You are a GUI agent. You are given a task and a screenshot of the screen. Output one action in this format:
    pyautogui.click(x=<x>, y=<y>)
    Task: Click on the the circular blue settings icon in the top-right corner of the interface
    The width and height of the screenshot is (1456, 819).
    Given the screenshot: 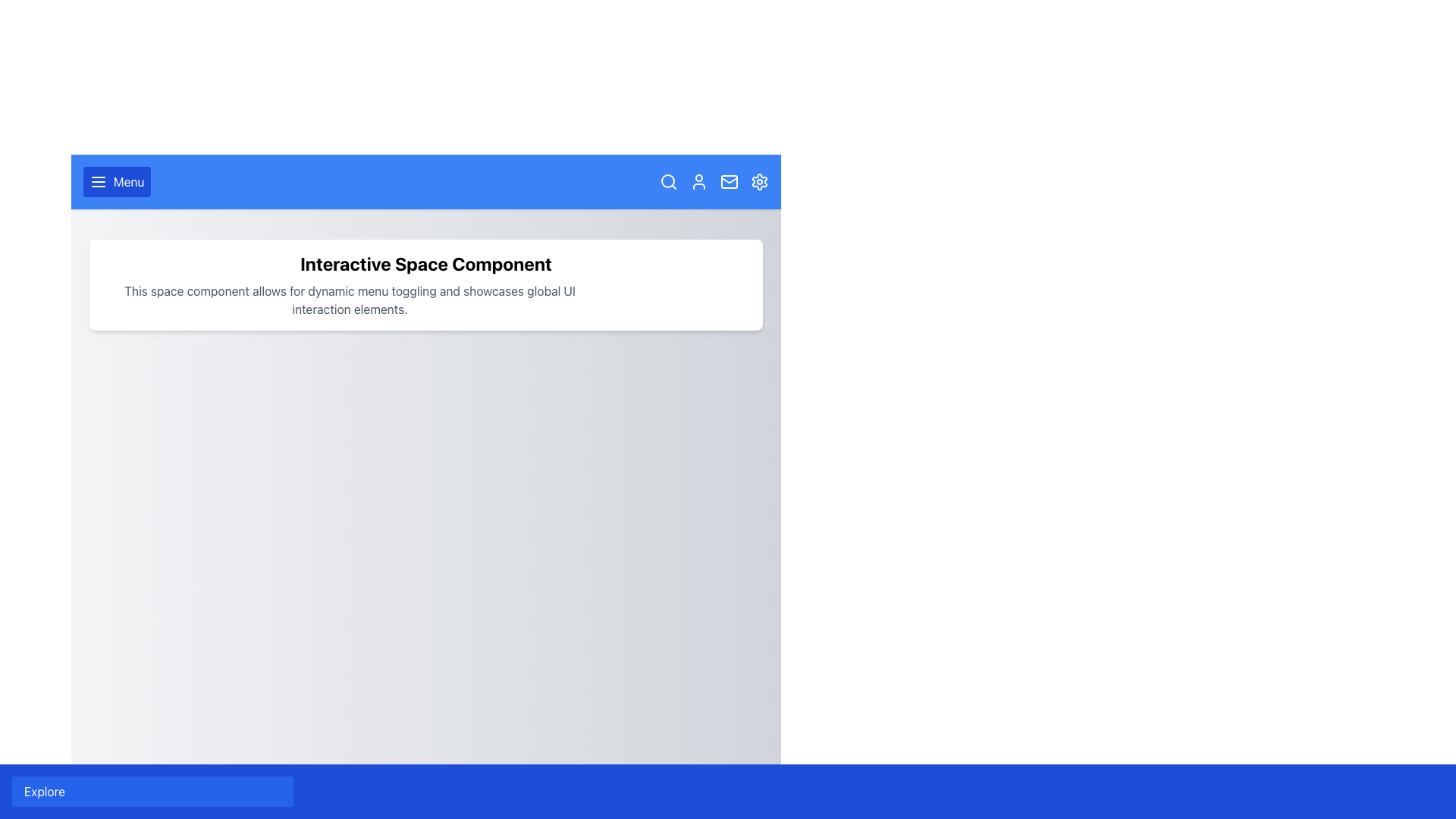 What is the action you would take?
    pyautogui.click(x=760, y=180)
    